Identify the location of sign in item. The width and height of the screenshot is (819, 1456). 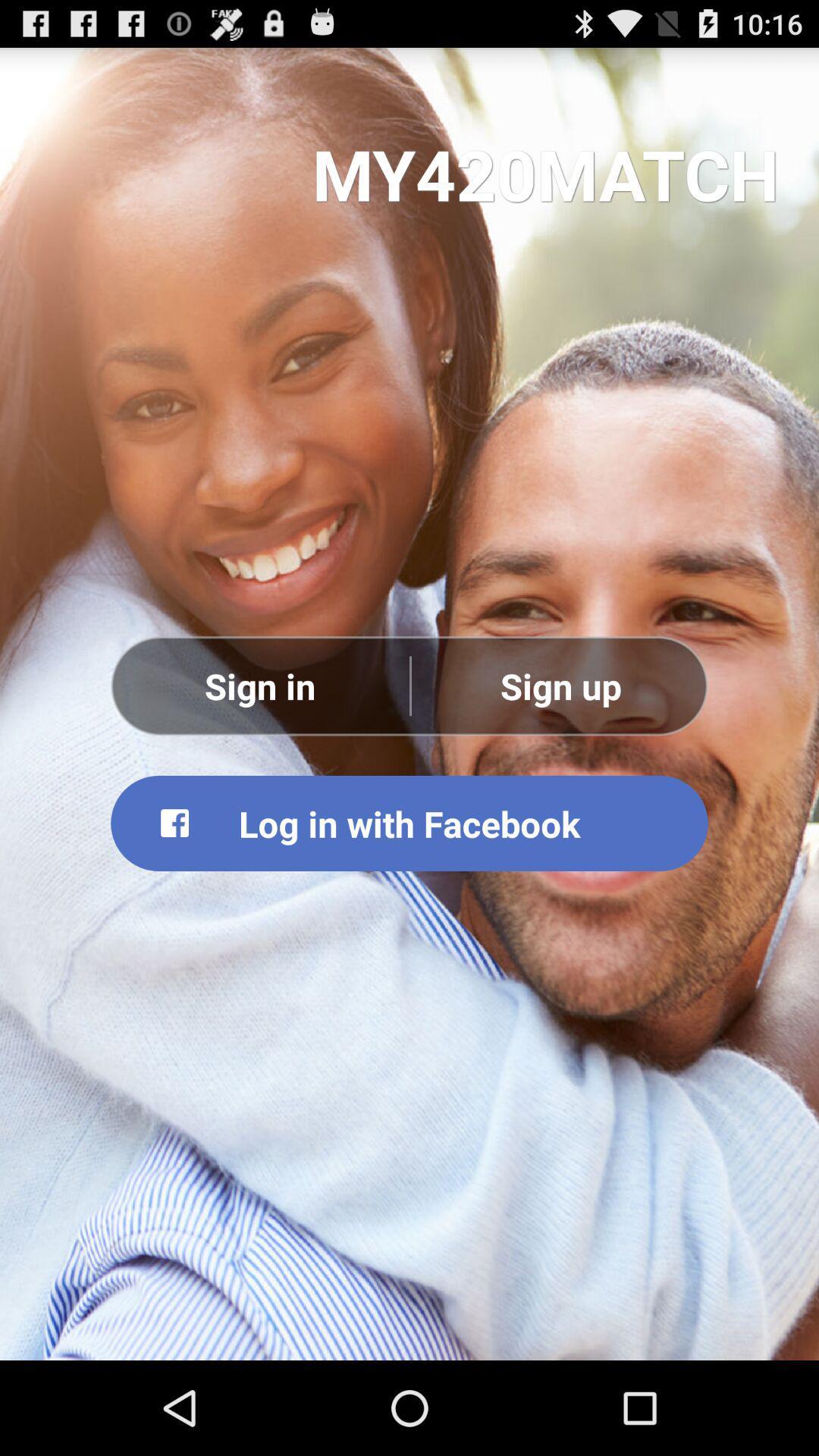
(259, 685).